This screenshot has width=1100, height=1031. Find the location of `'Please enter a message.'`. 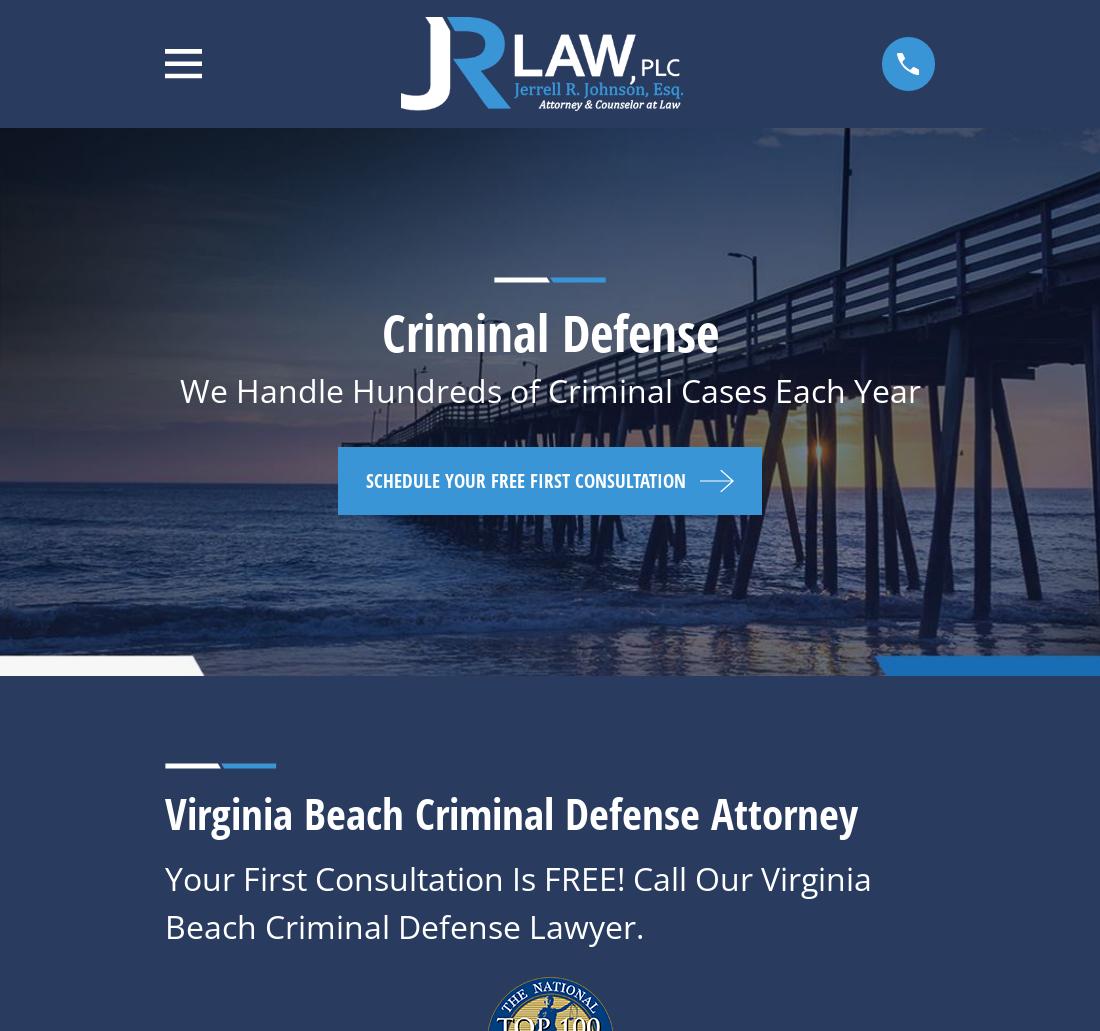

'Please enter a message.' is located at coordinates (838, 1004).